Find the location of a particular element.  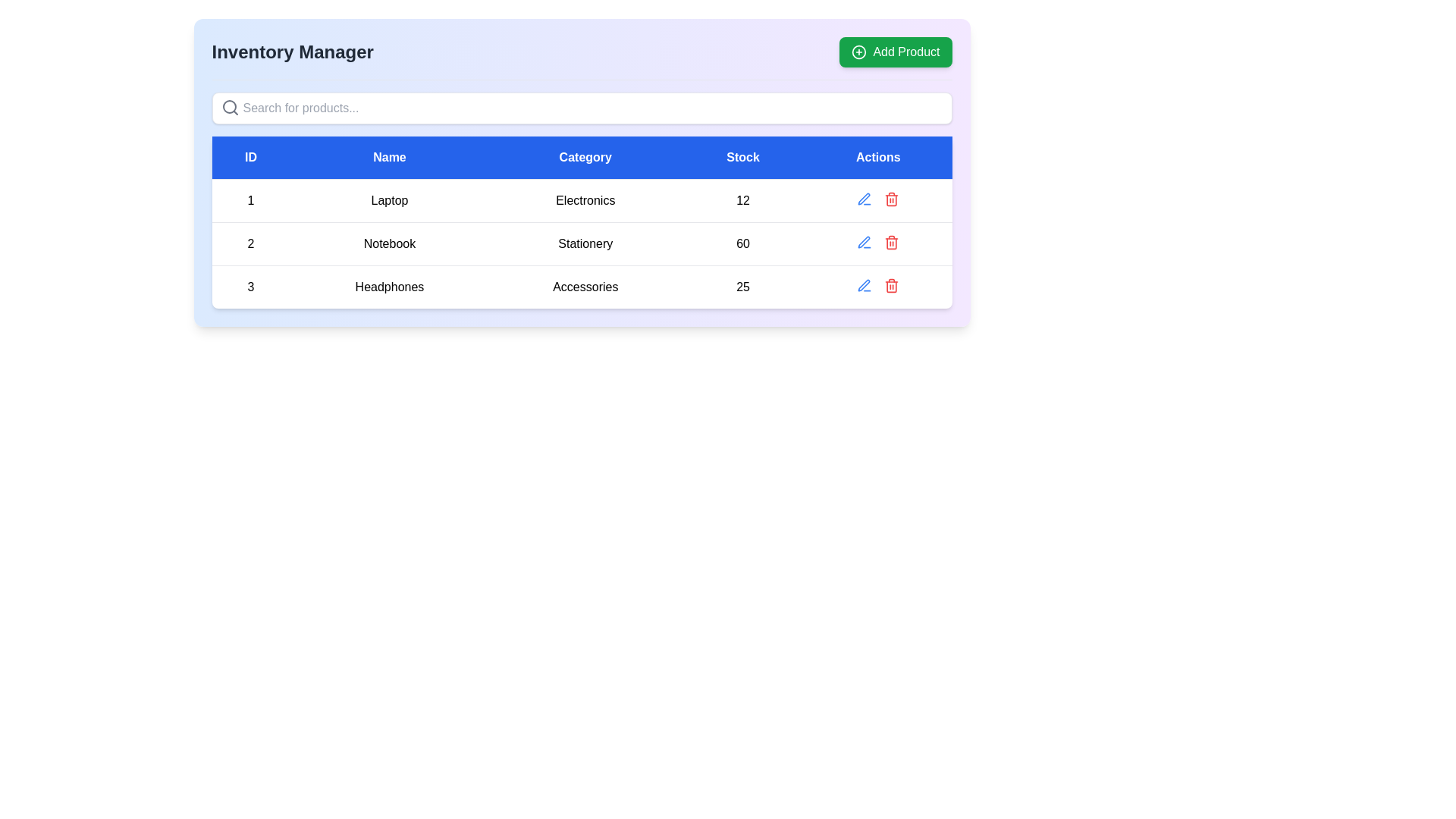

the 'Headphones' text label located in the 'Name' column of the third row of the table is located at coordinates (389, 287).